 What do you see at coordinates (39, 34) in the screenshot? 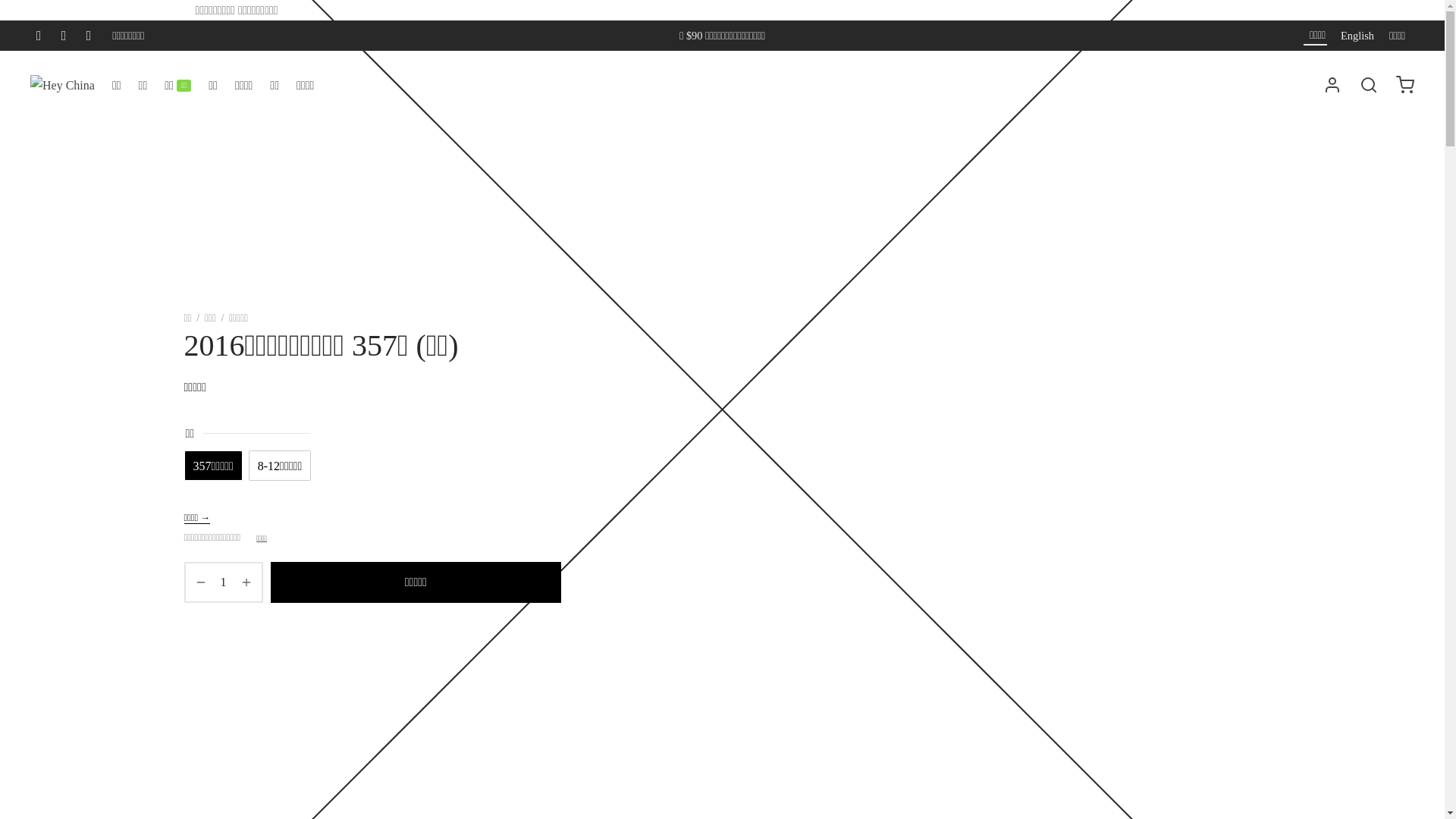
I see `'facebook'` at bounding box center [39, 34].